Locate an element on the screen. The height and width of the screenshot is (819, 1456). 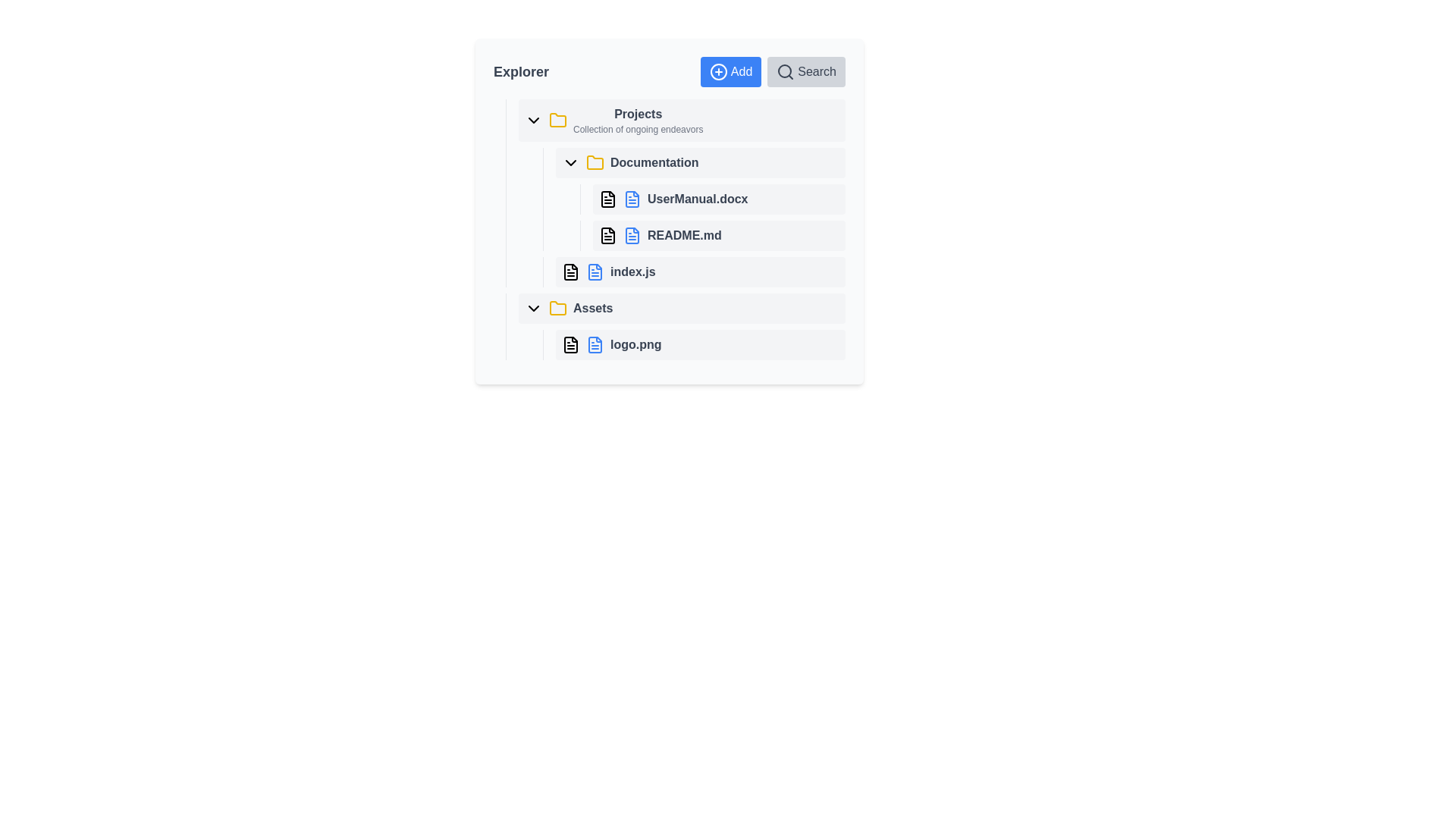
the 'Documentation' folder icon in the Explorer panel of the application interface is located at coordinates (595, 162).